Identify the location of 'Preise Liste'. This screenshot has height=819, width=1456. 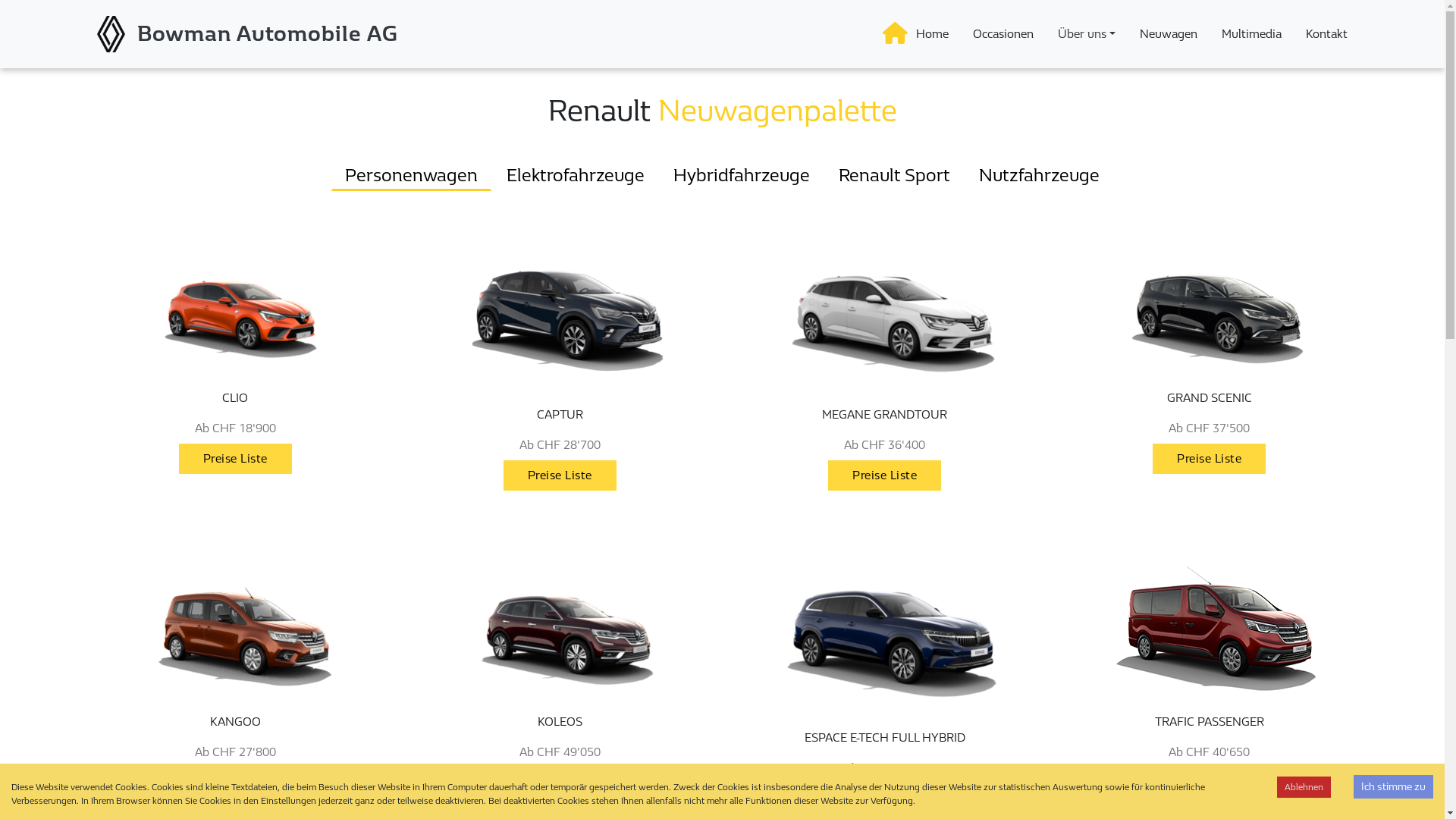
(1208, 458).